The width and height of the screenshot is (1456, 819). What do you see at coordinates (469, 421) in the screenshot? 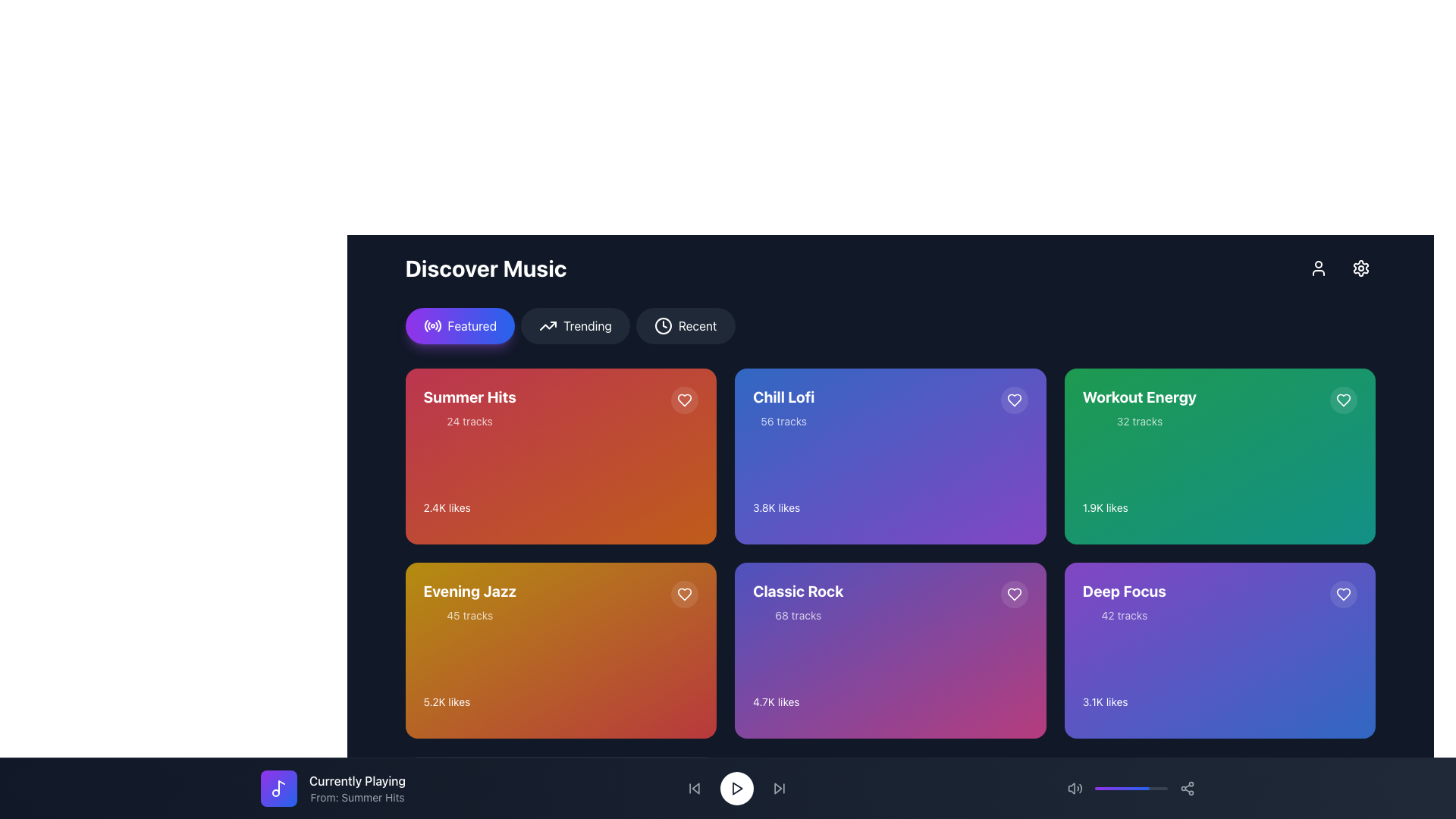
I see `the static text label displaying '24 tracks', which is located within the red-orange card labeled 'Summer Hits', positioned directly below the title and centrally aligned` at bounding box center [469, 421].